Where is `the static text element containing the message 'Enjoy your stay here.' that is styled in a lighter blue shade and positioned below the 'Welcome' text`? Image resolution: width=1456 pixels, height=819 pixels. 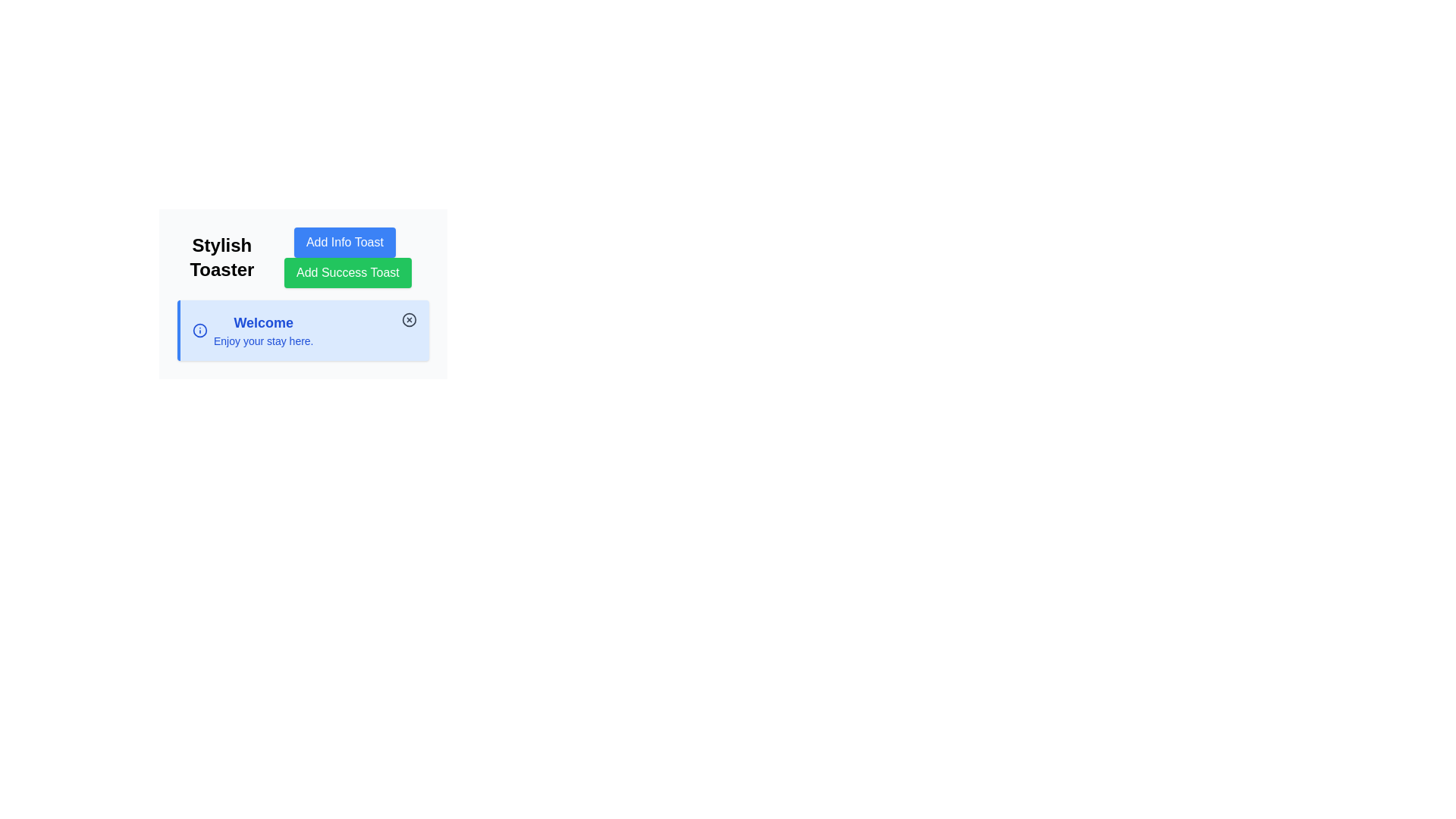
the static text element containing the message 'Enjoy your stay here.' that is styled in a lighter blue shade and positioned below the 'Welcome' text is located at coordinates (263, 341).